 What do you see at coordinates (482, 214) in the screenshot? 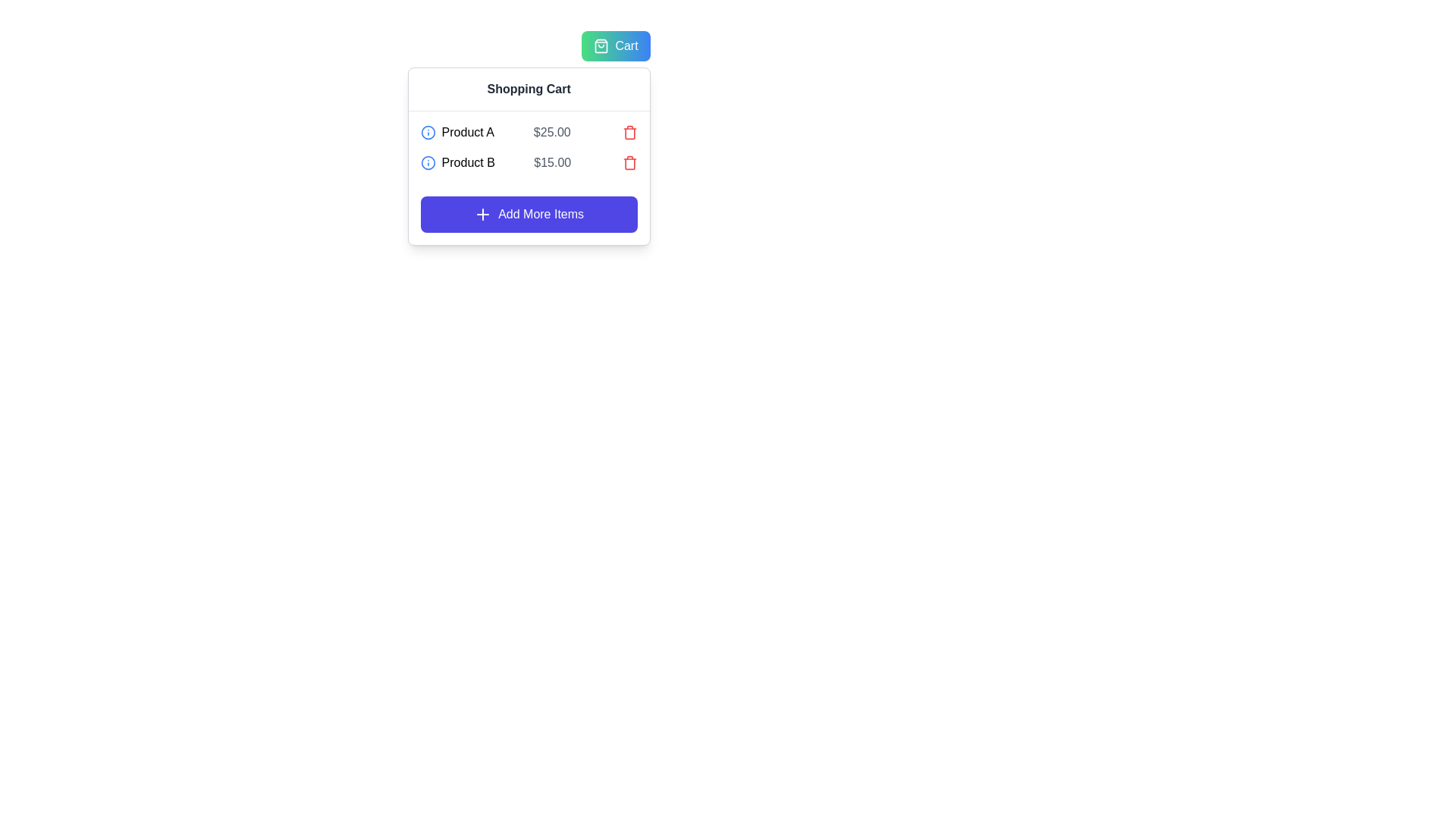
I see `the plus icon located within the 'Add More Items' button in the bottom section of the shopping cart interface` at bounding box center [482, 214].